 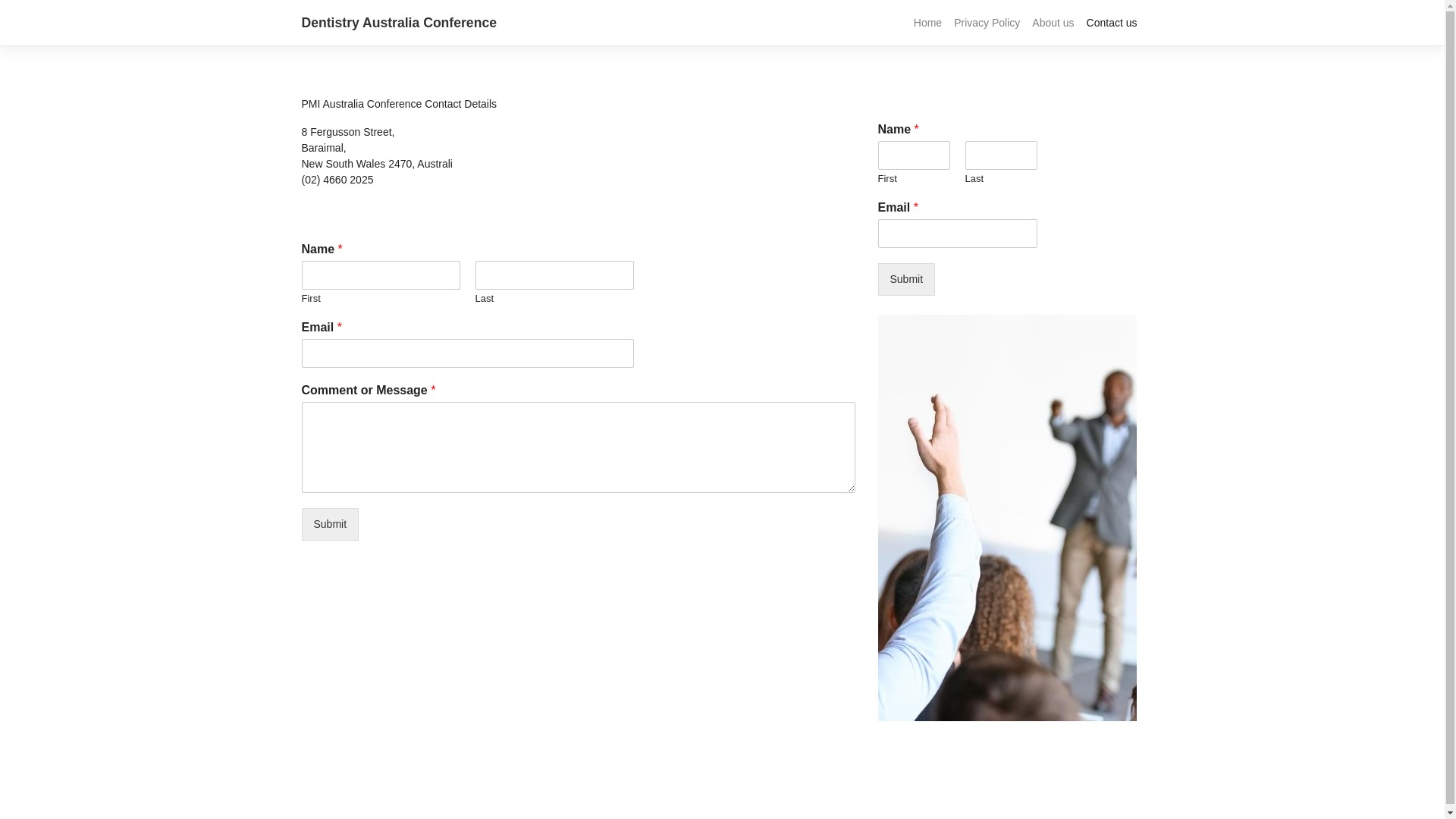 I want to click on 'About us', so click(x=1026, y=23).